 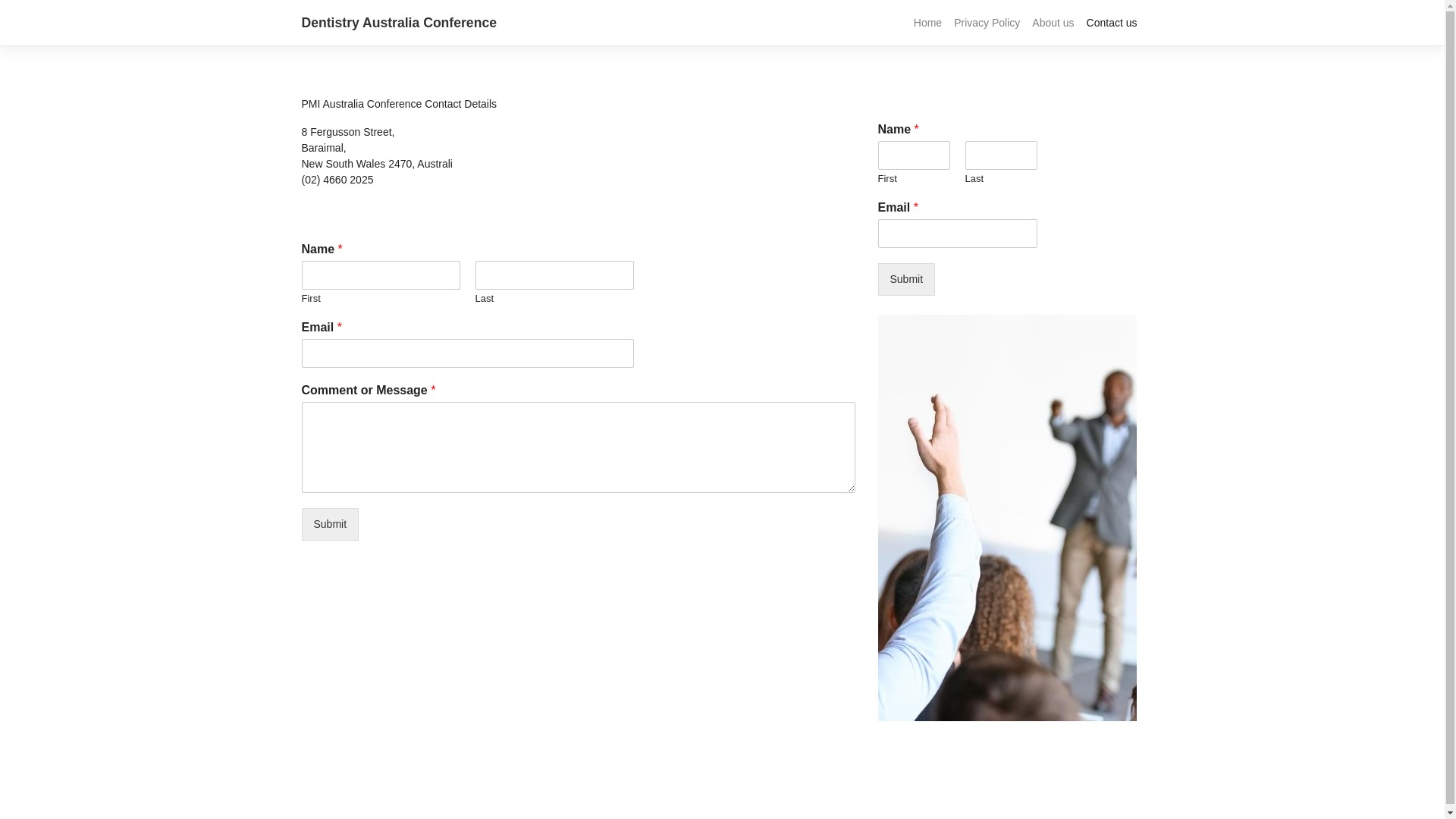 I want to click on 'About us', so click(x=1026, y=23).